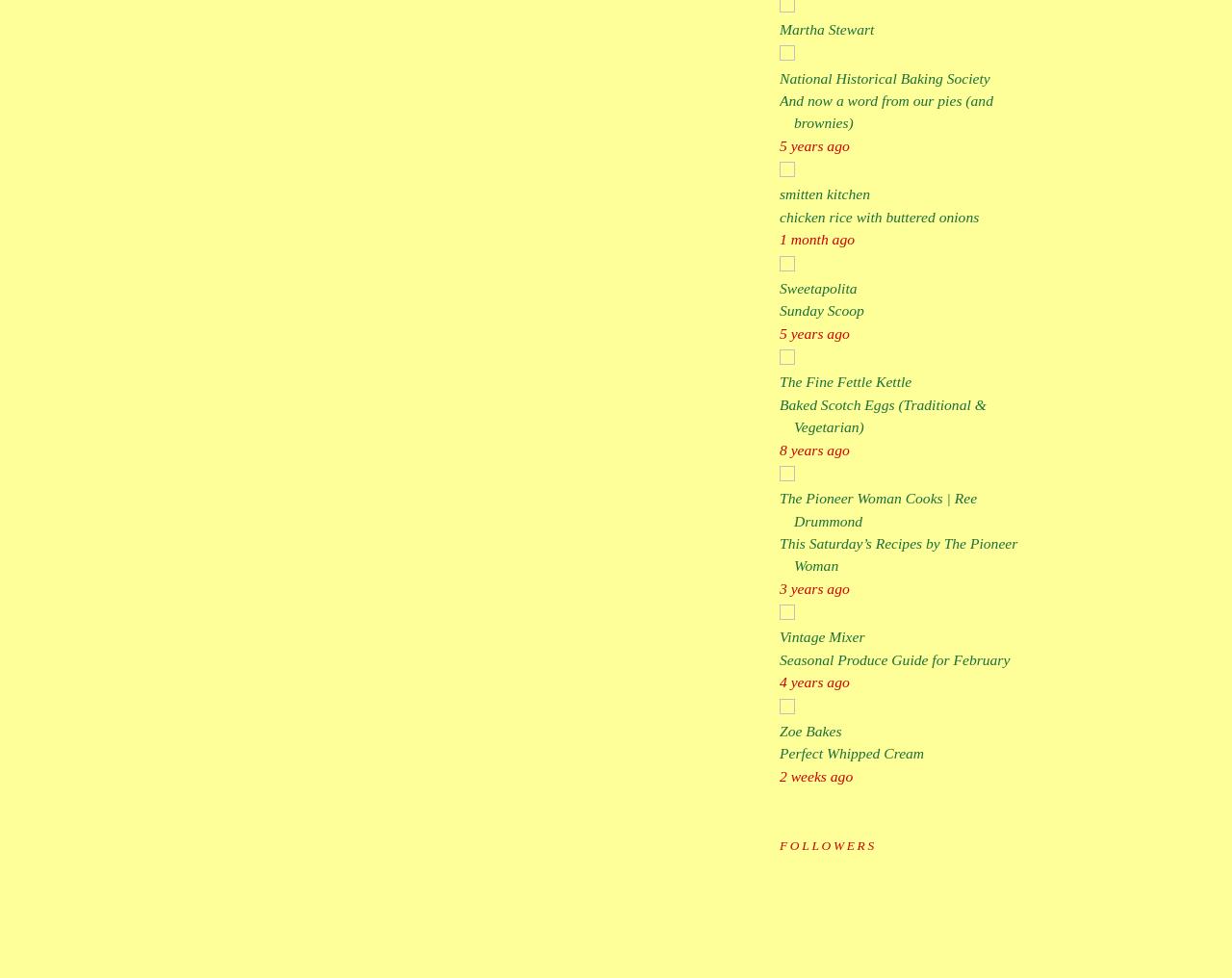 This screenshot has height=978, width=1232. Describe the element at coordinates (816, 239) in the screenshot. I see `'1 month ago'` at that location.